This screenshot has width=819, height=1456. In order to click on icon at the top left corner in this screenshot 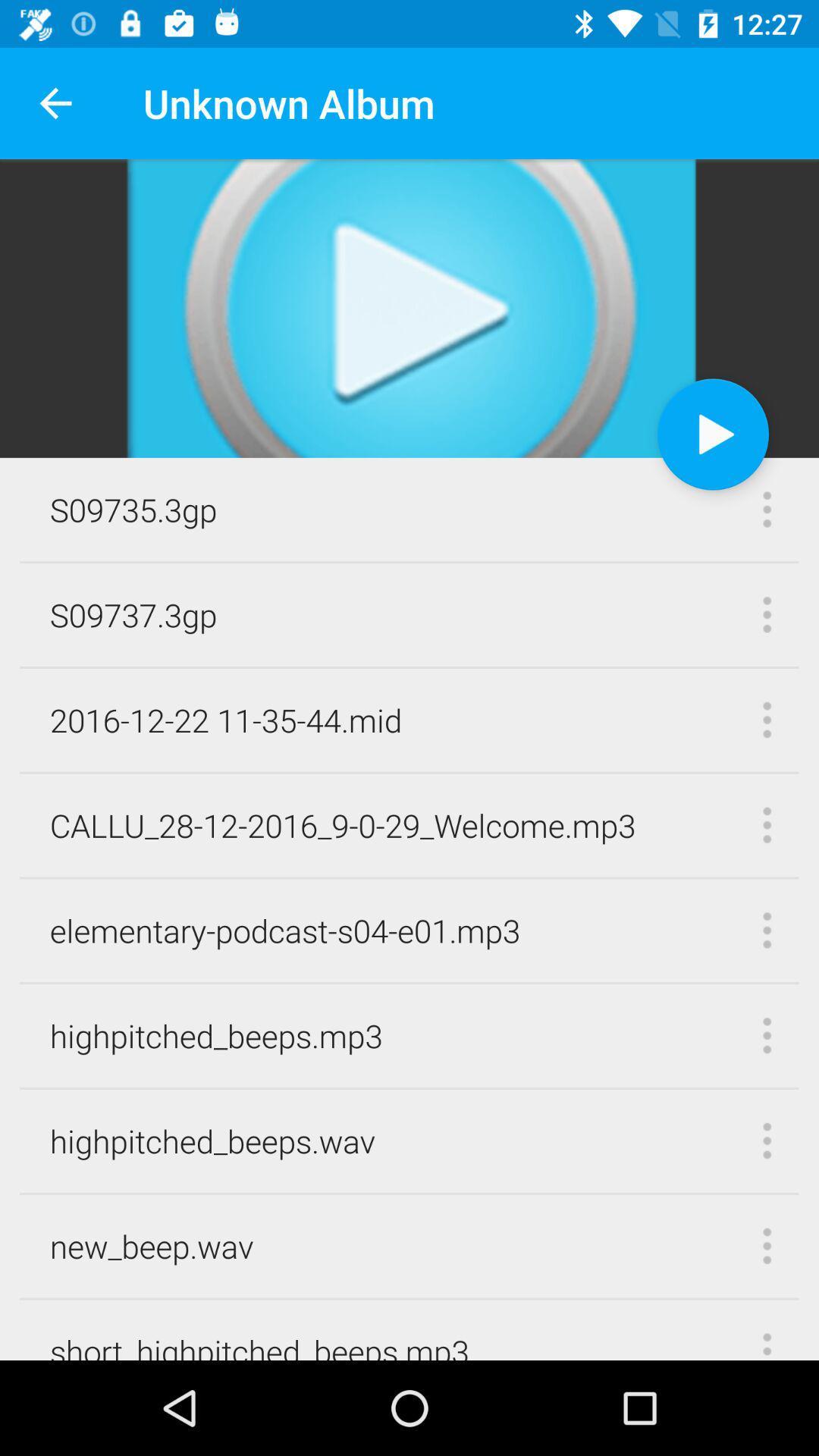, I will do `click(55, 102)`.